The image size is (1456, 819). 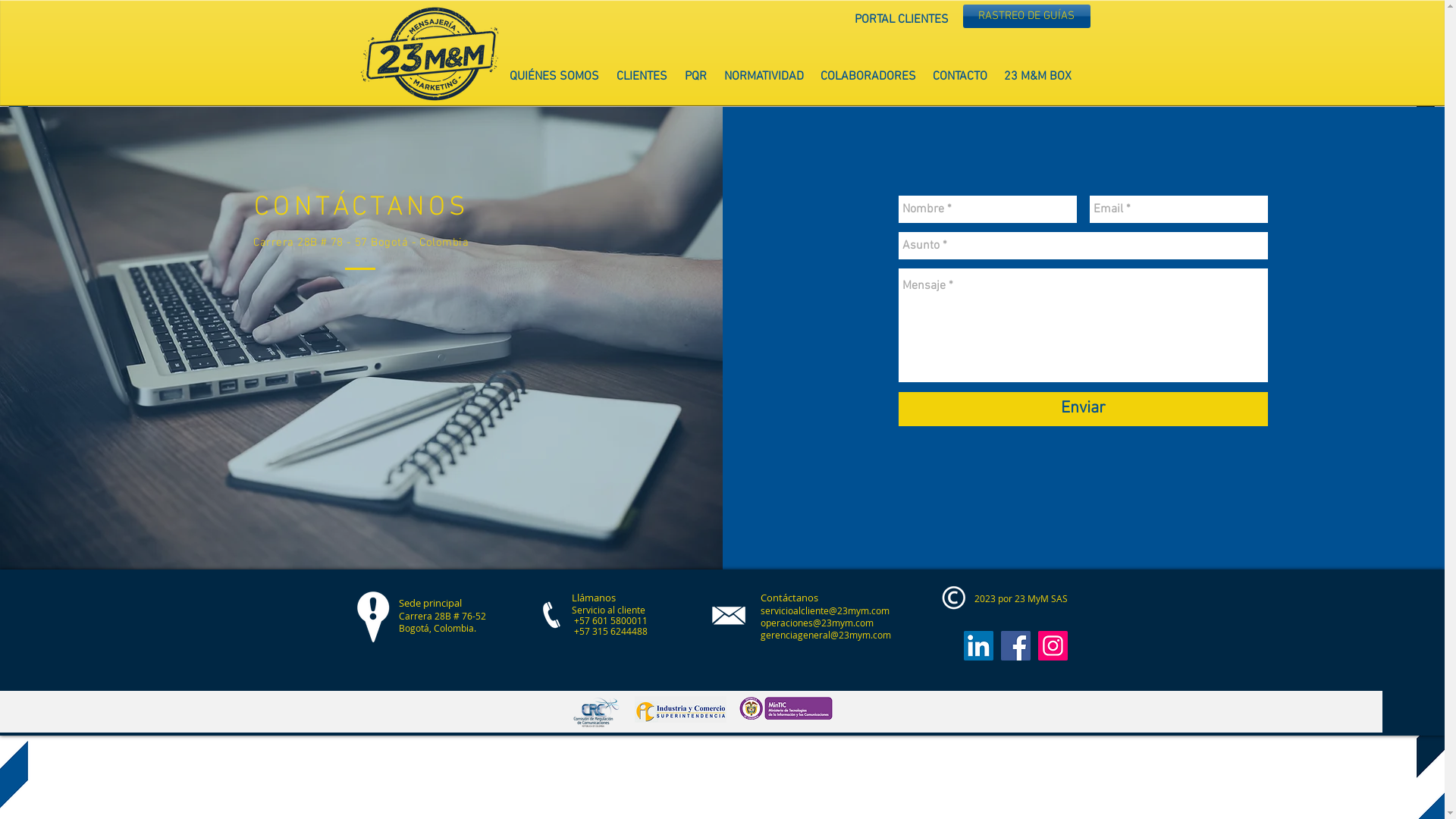 I want to click on 'servicioalcliente@23mym.com', so click(x=760, y=610).